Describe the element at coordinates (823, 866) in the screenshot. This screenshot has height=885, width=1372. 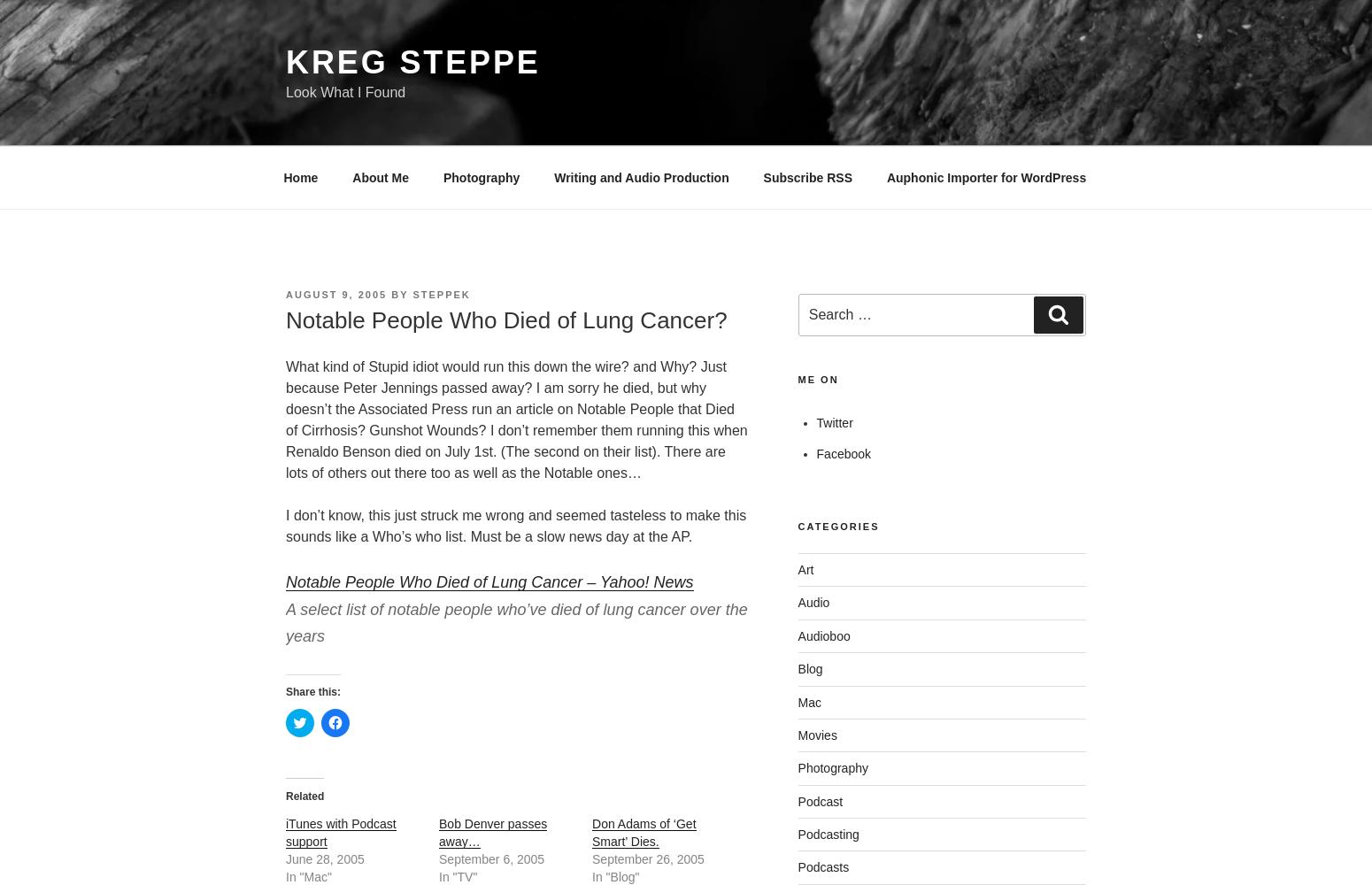
I see `'Podcasts'` at that location.